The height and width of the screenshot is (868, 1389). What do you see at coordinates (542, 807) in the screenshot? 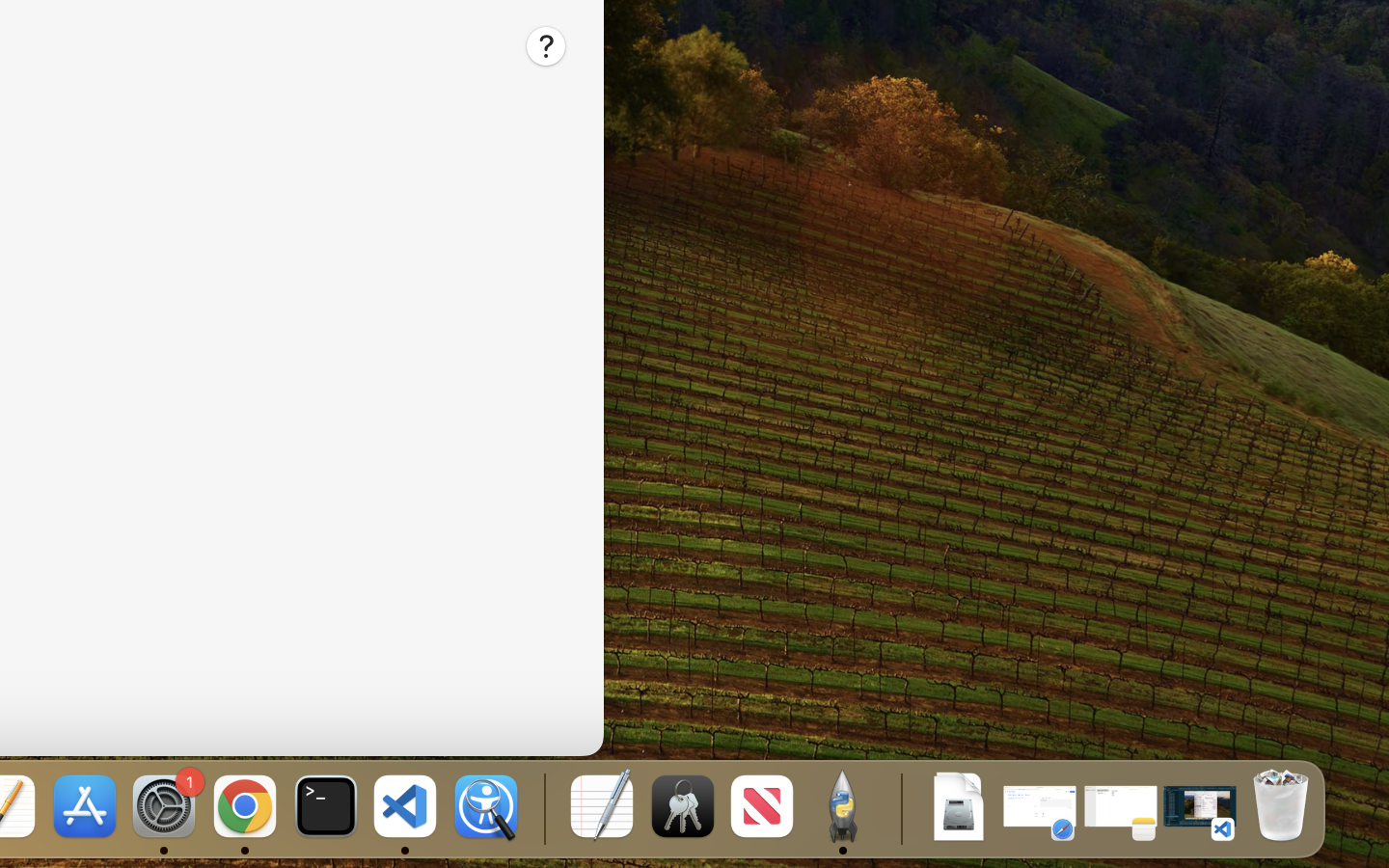
I see `'0.4285714328289032'` at bounding box center [542, 807].